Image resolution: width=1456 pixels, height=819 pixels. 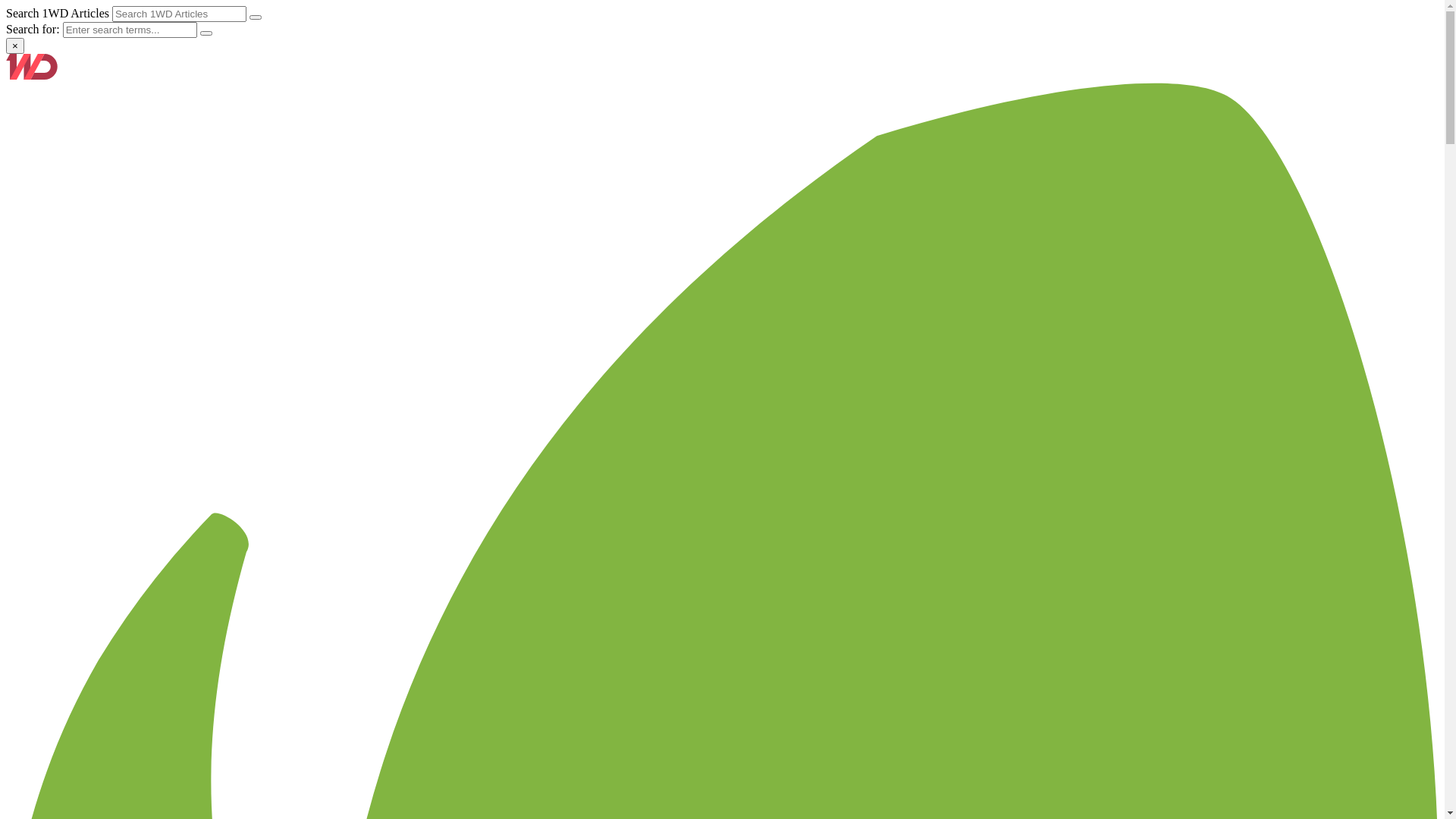 I want to click on '1stWebDesigner', so click(x=6, y=75).